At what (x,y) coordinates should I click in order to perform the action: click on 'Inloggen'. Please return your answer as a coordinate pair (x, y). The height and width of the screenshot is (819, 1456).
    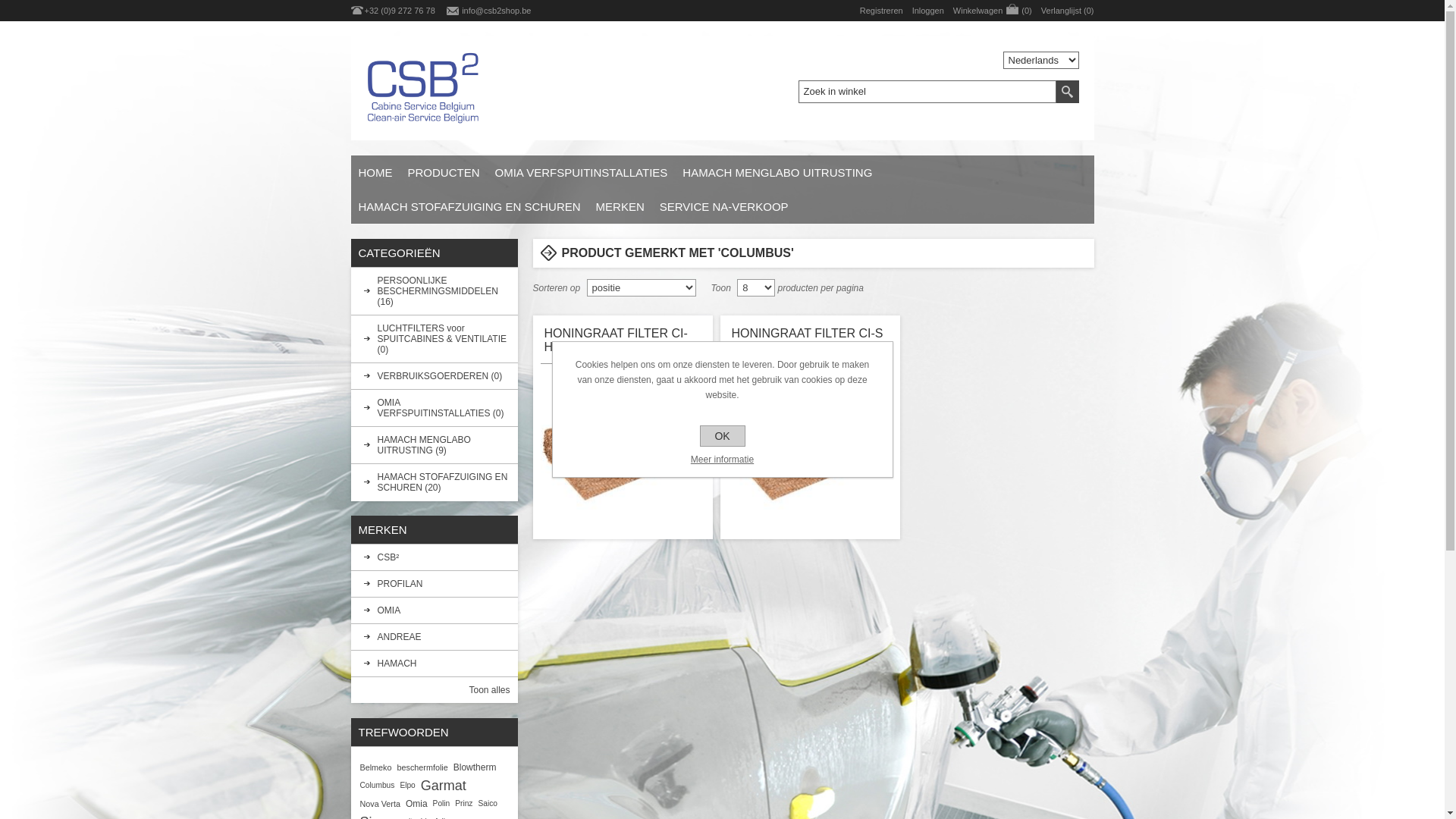
    Looking at the image, I should click on (912, 11).